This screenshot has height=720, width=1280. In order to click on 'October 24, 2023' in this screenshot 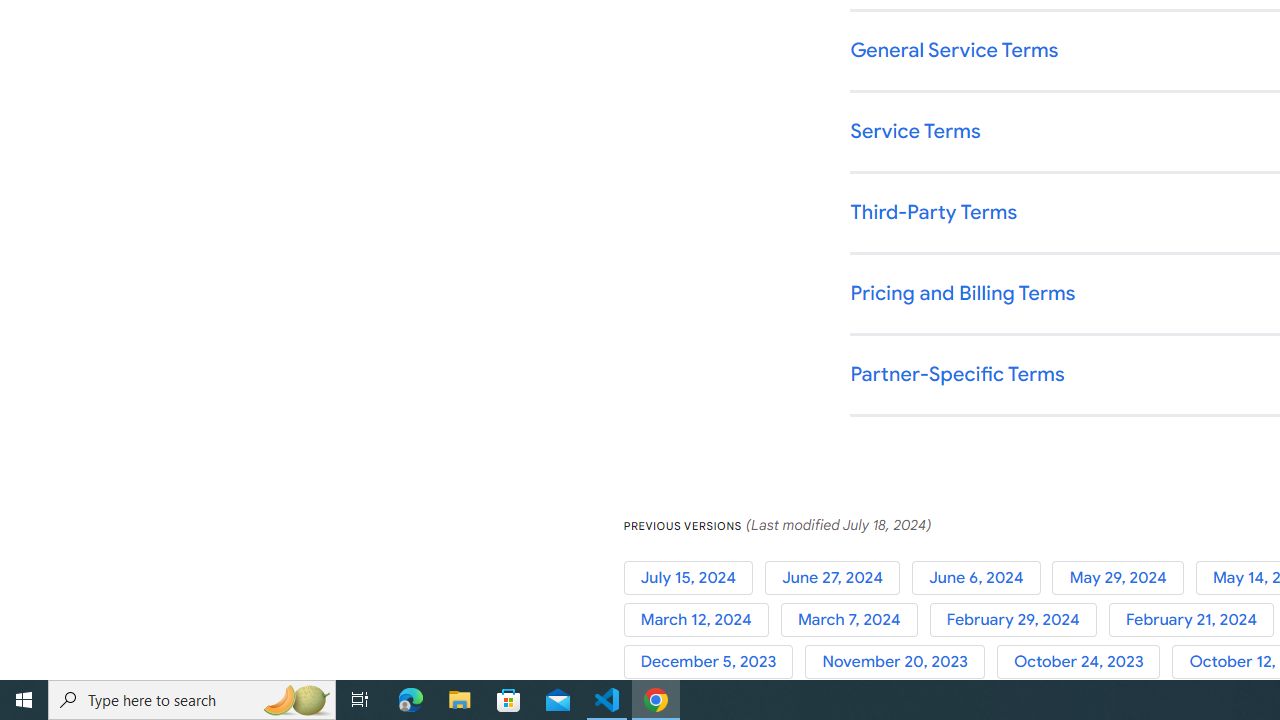, I will do `click(1083, 662)`.